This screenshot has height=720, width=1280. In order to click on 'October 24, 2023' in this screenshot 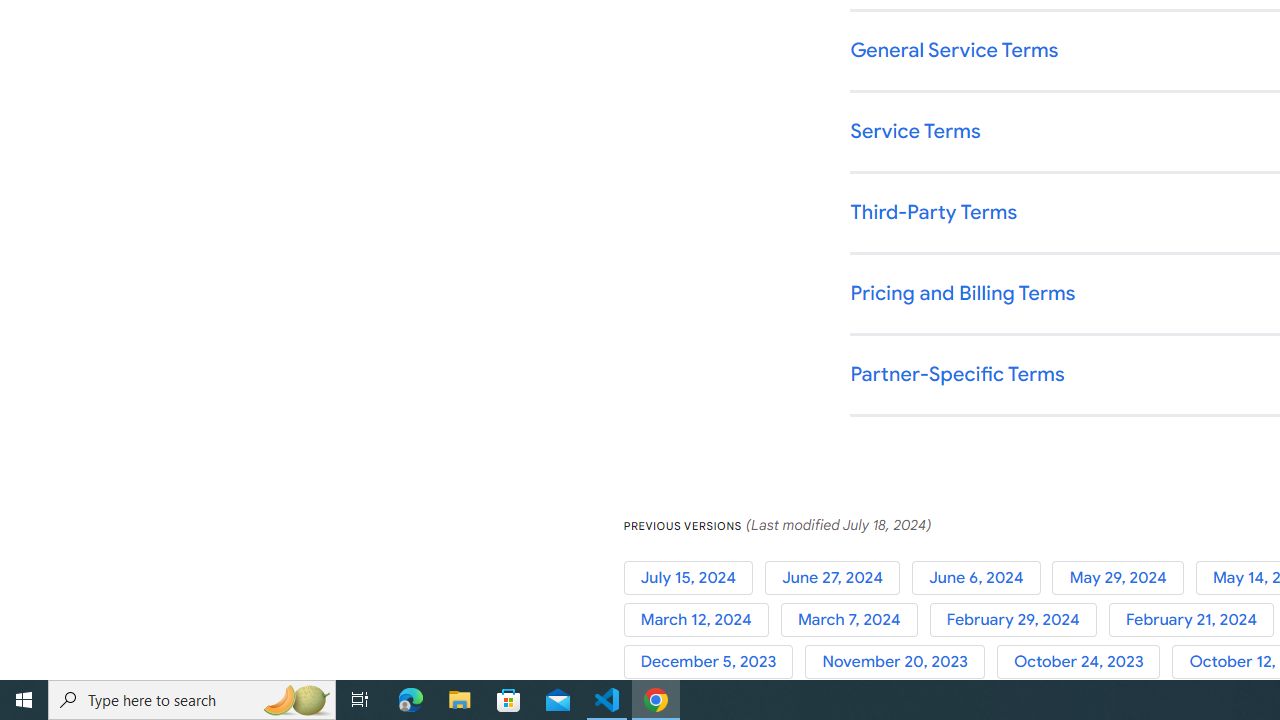, I will do `click(1083, 662)`.